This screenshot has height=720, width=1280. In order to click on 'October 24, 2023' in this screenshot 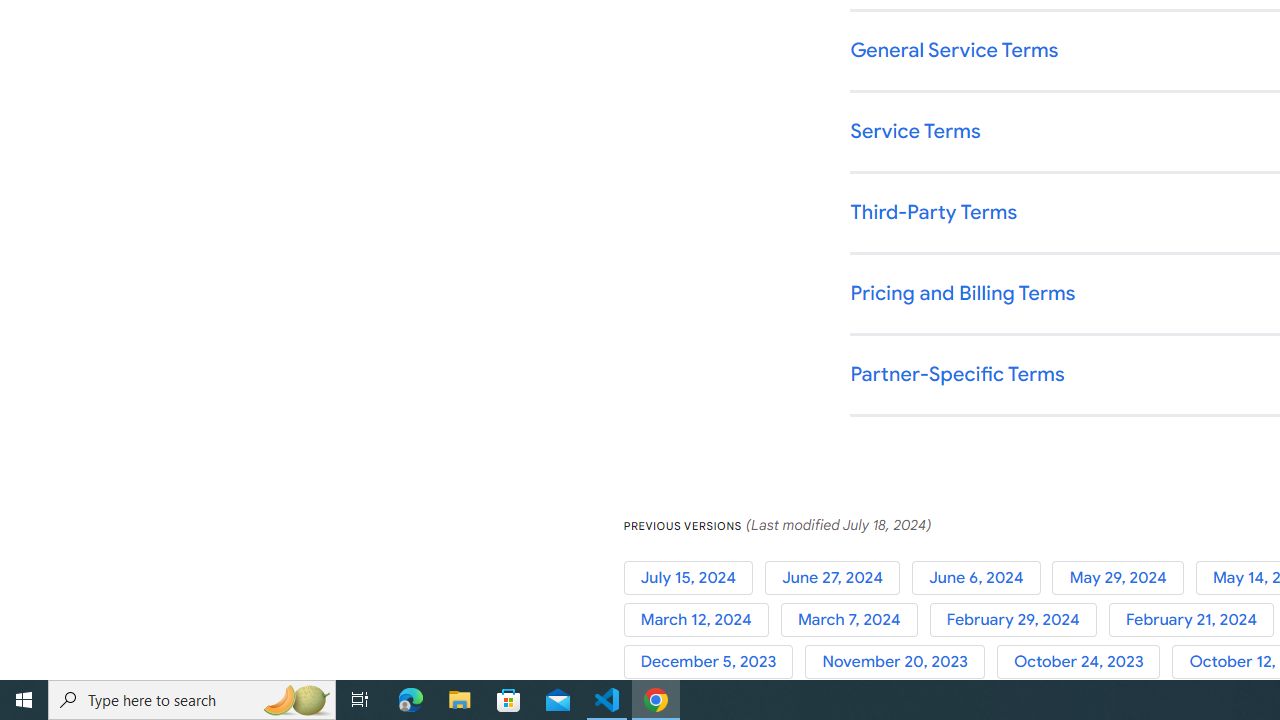, I will do `click(1083, 662)`.